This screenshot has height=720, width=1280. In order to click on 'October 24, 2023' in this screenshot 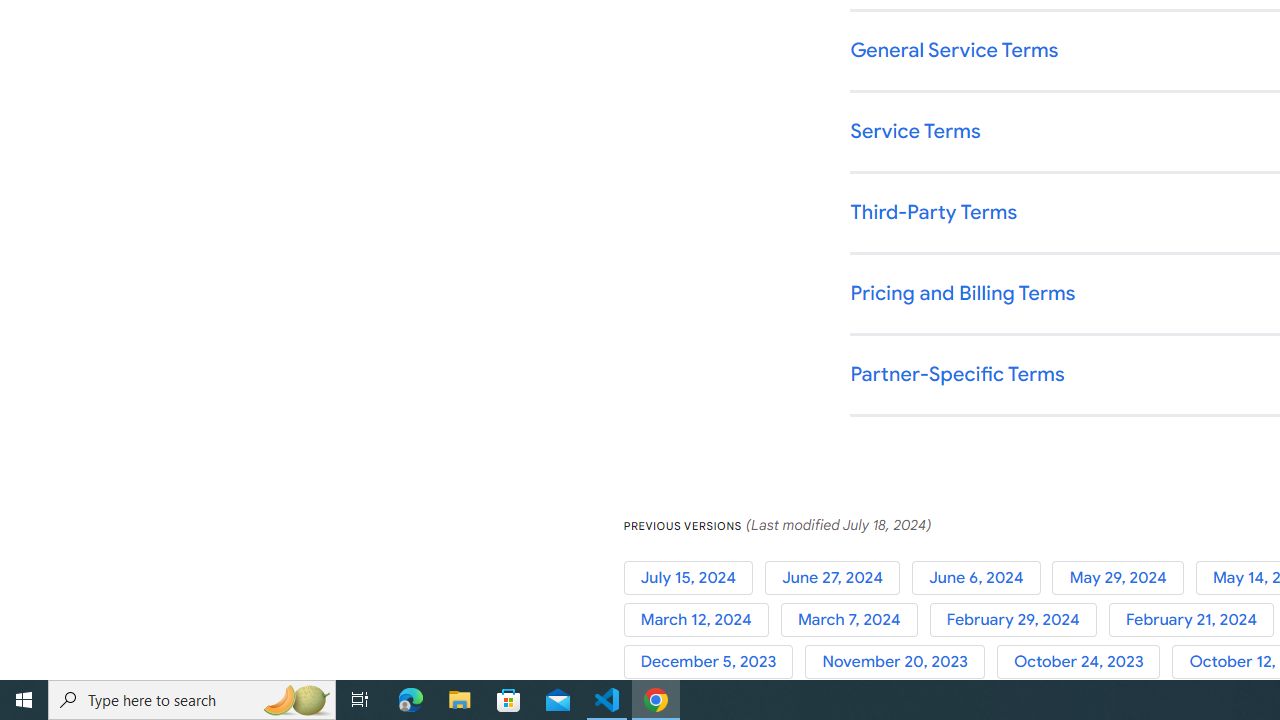, I will do `click(1083, 662)`.